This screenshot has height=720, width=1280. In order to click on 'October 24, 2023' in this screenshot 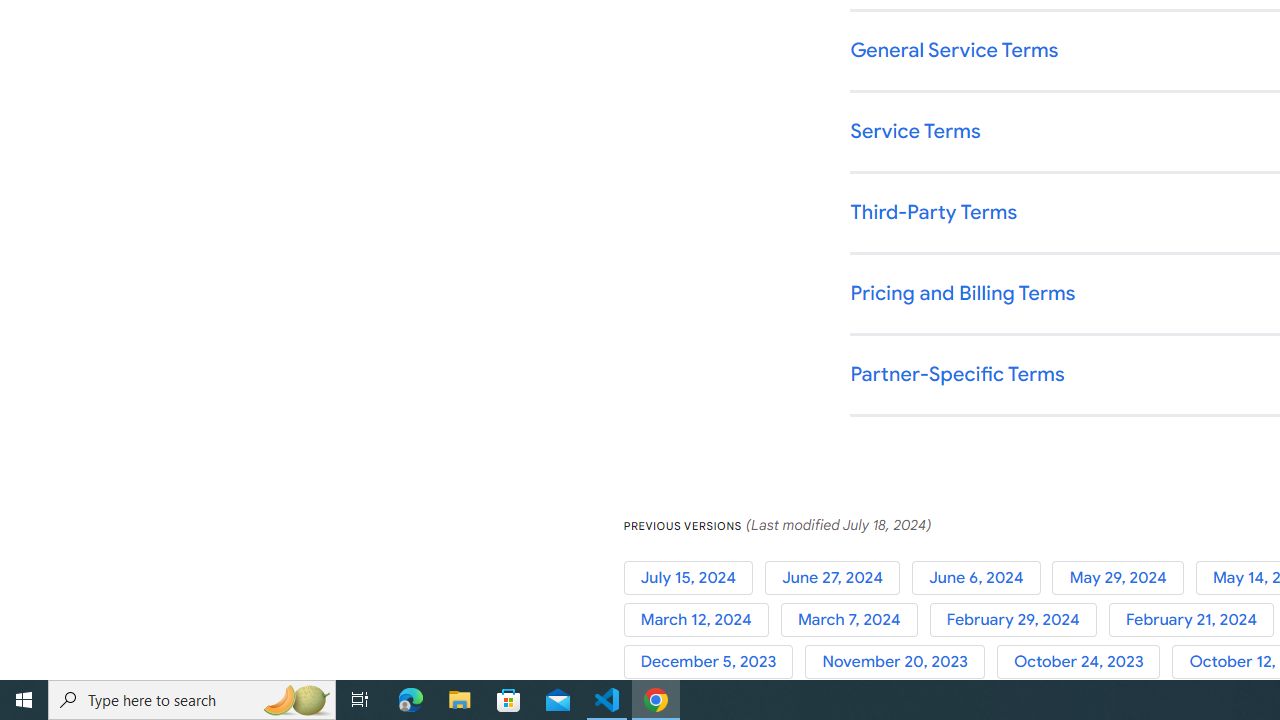, I will do `click(1083, 662)`.